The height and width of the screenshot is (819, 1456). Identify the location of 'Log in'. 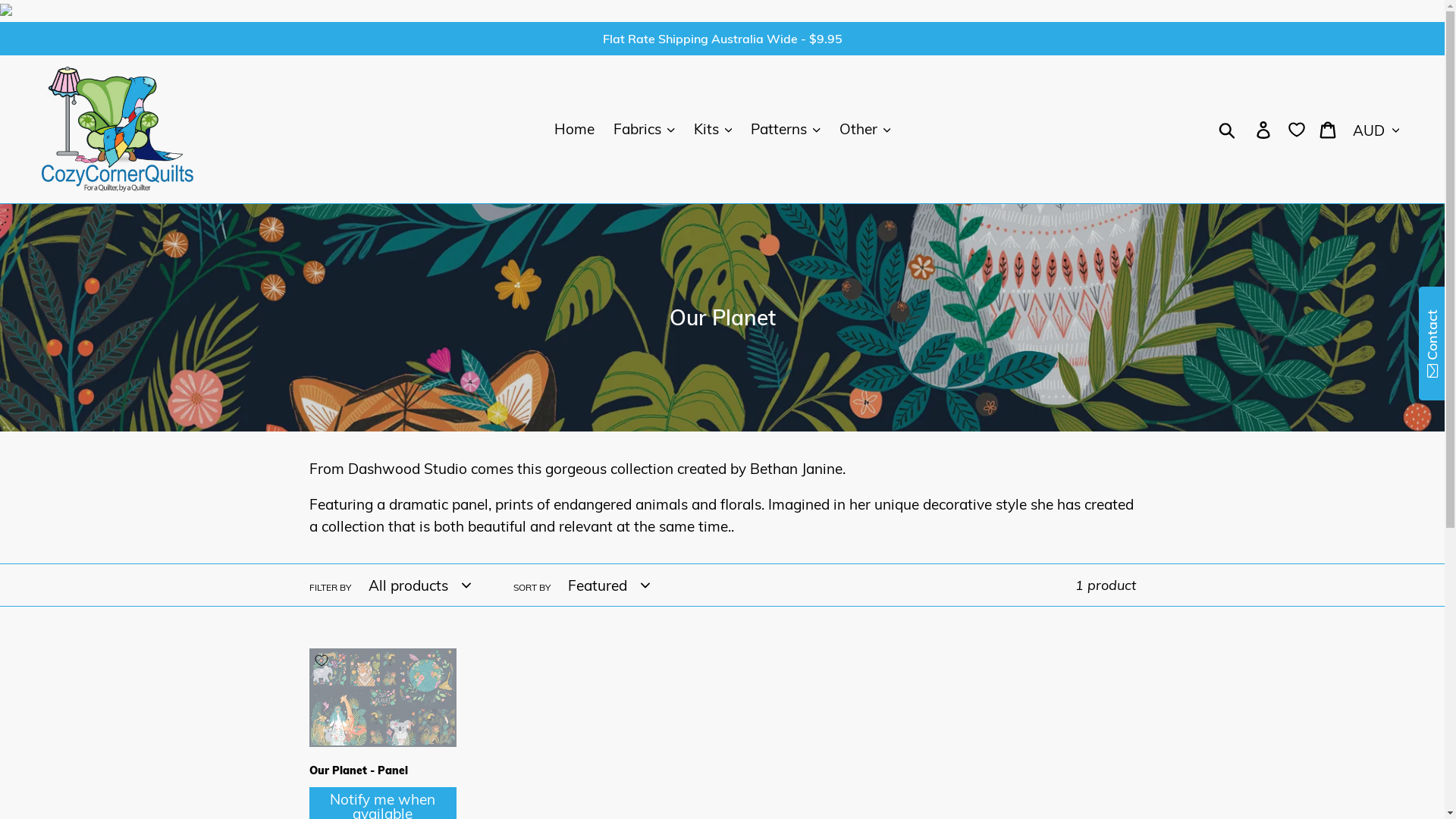
(1264, 128).